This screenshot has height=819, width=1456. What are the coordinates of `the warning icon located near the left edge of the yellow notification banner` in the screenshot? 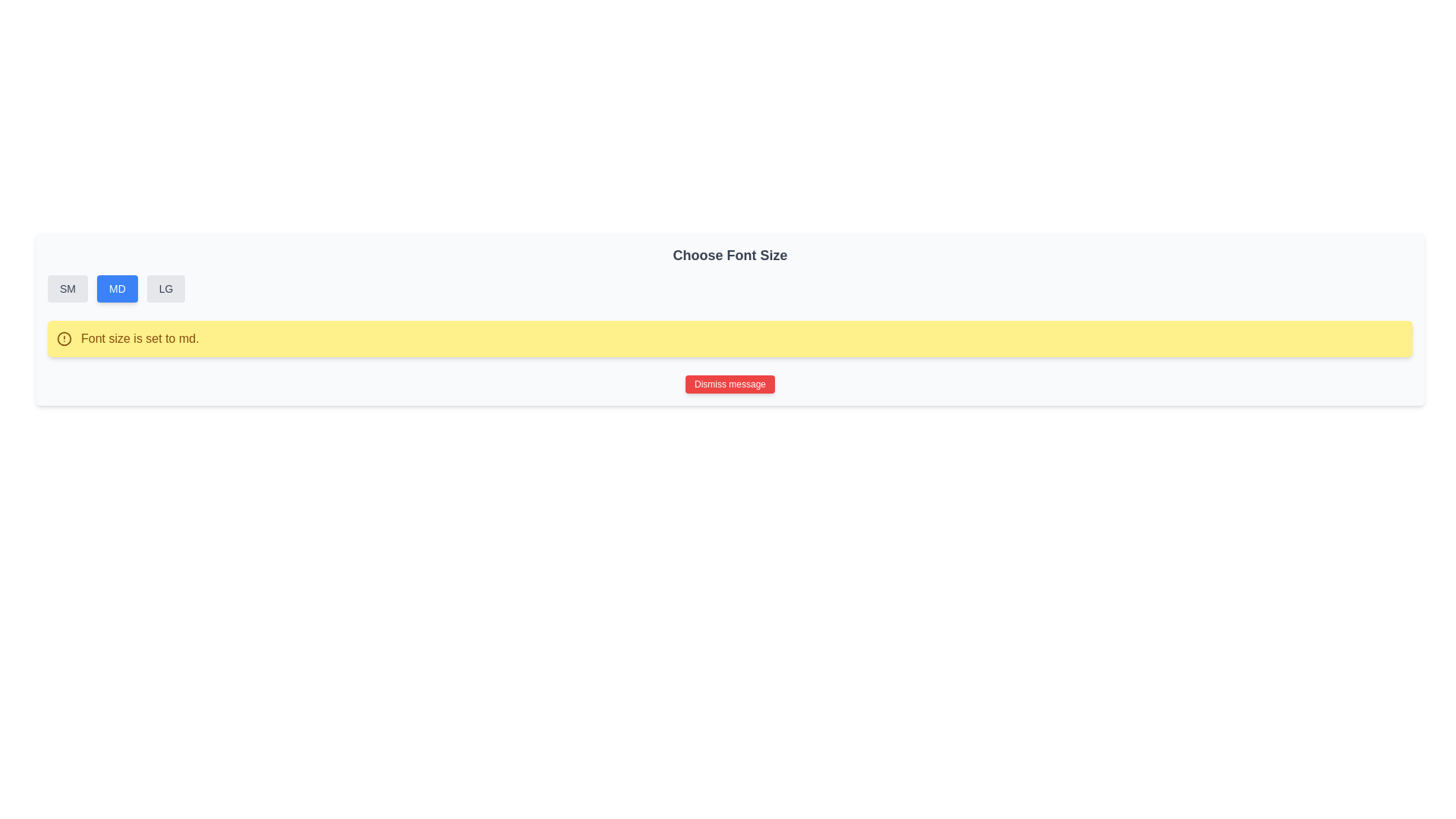 It's located at (64, 338).